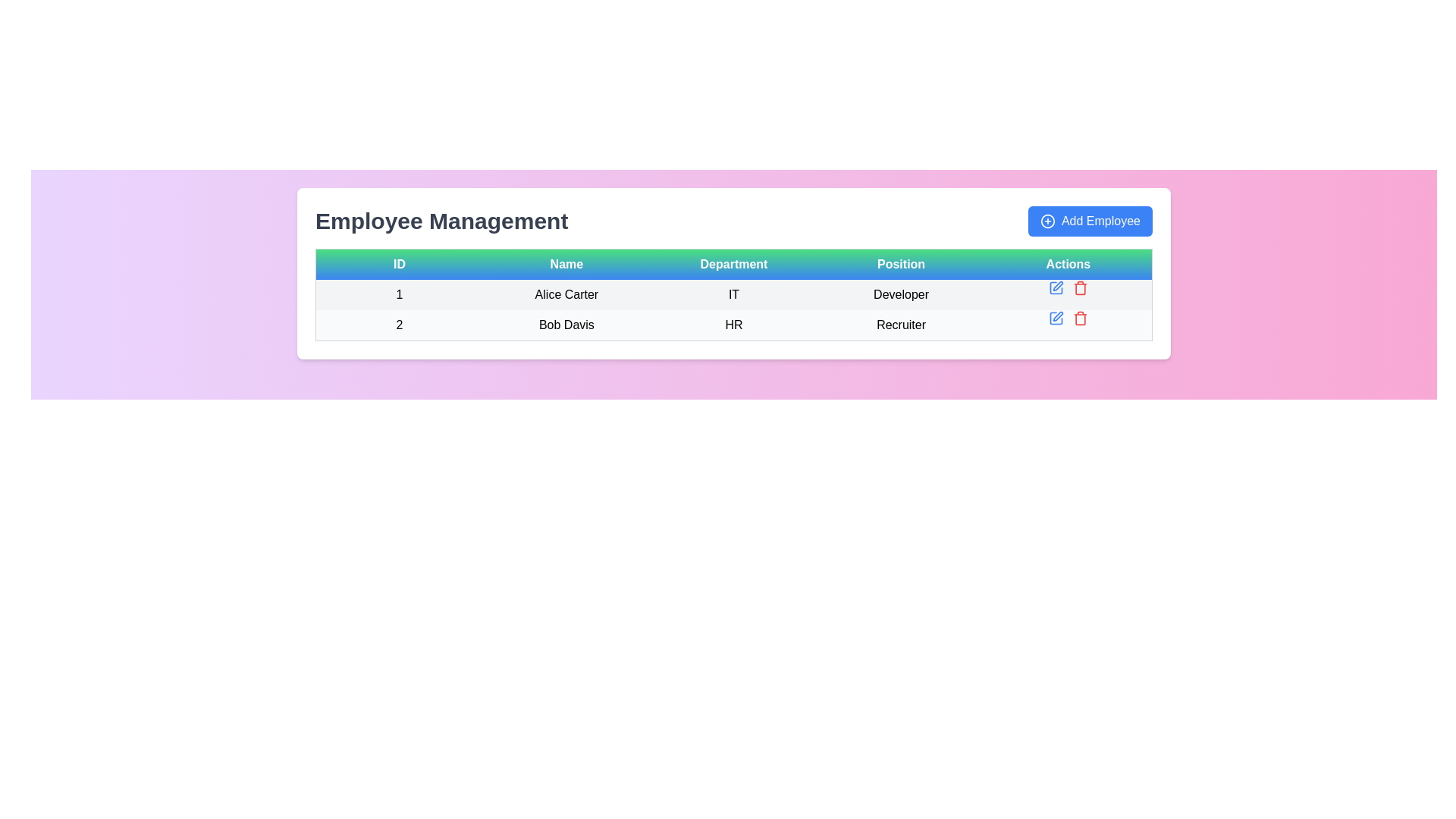 The image size is (1456, 819). I want to click on text content of the Table Header Row, which features a gradient background and contains the column headers 'ID', 'Name', 'Department', 'Position', and 'Actions', so click(734, 262).